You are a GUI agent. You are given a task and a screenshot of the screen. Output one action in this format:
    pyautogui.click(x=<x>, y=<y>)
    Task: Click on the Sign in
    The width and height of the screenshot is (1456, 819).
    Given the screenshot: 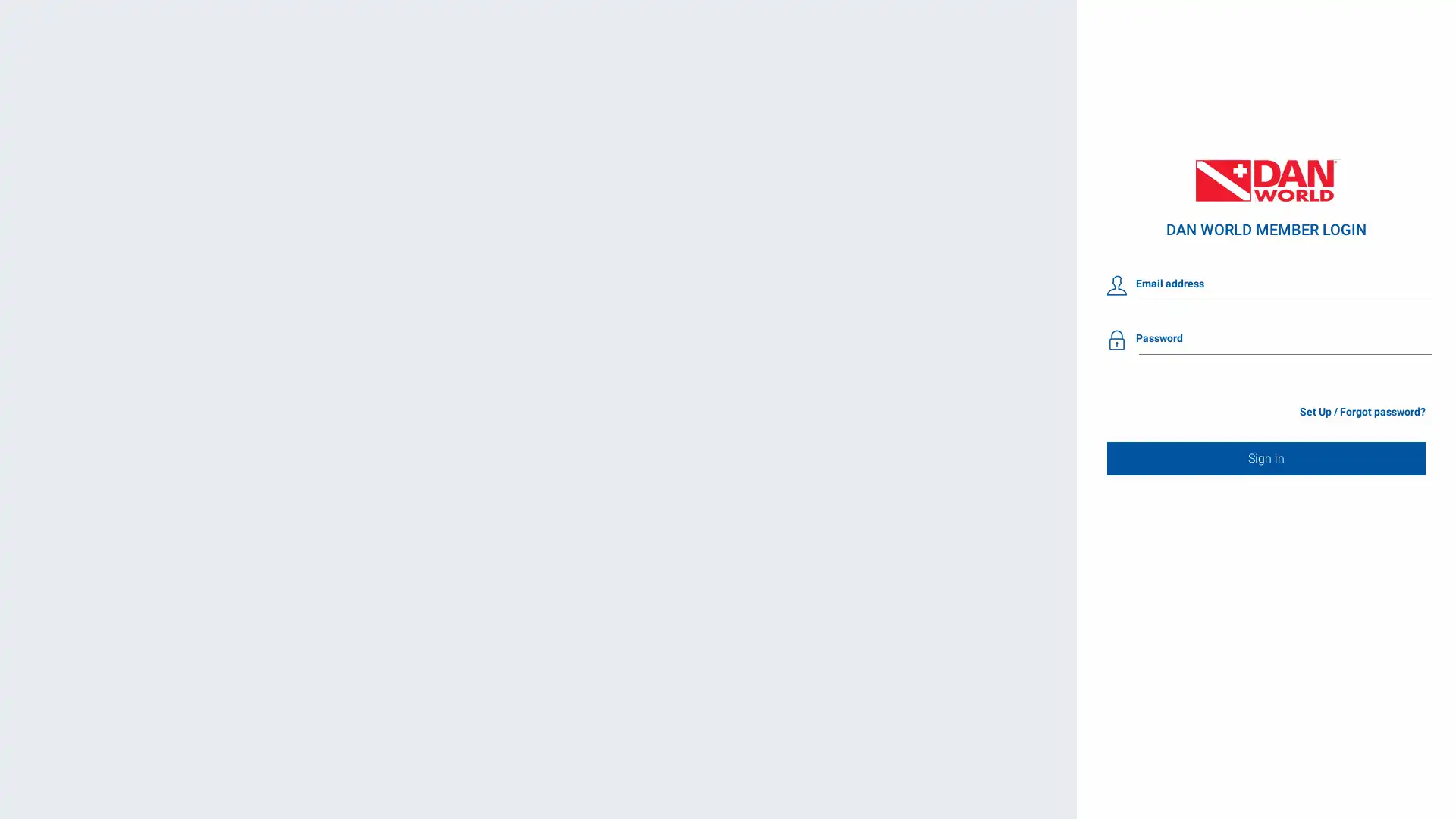 What is the action you would take?
    pyautogui.click(x=1266, y=458)
    